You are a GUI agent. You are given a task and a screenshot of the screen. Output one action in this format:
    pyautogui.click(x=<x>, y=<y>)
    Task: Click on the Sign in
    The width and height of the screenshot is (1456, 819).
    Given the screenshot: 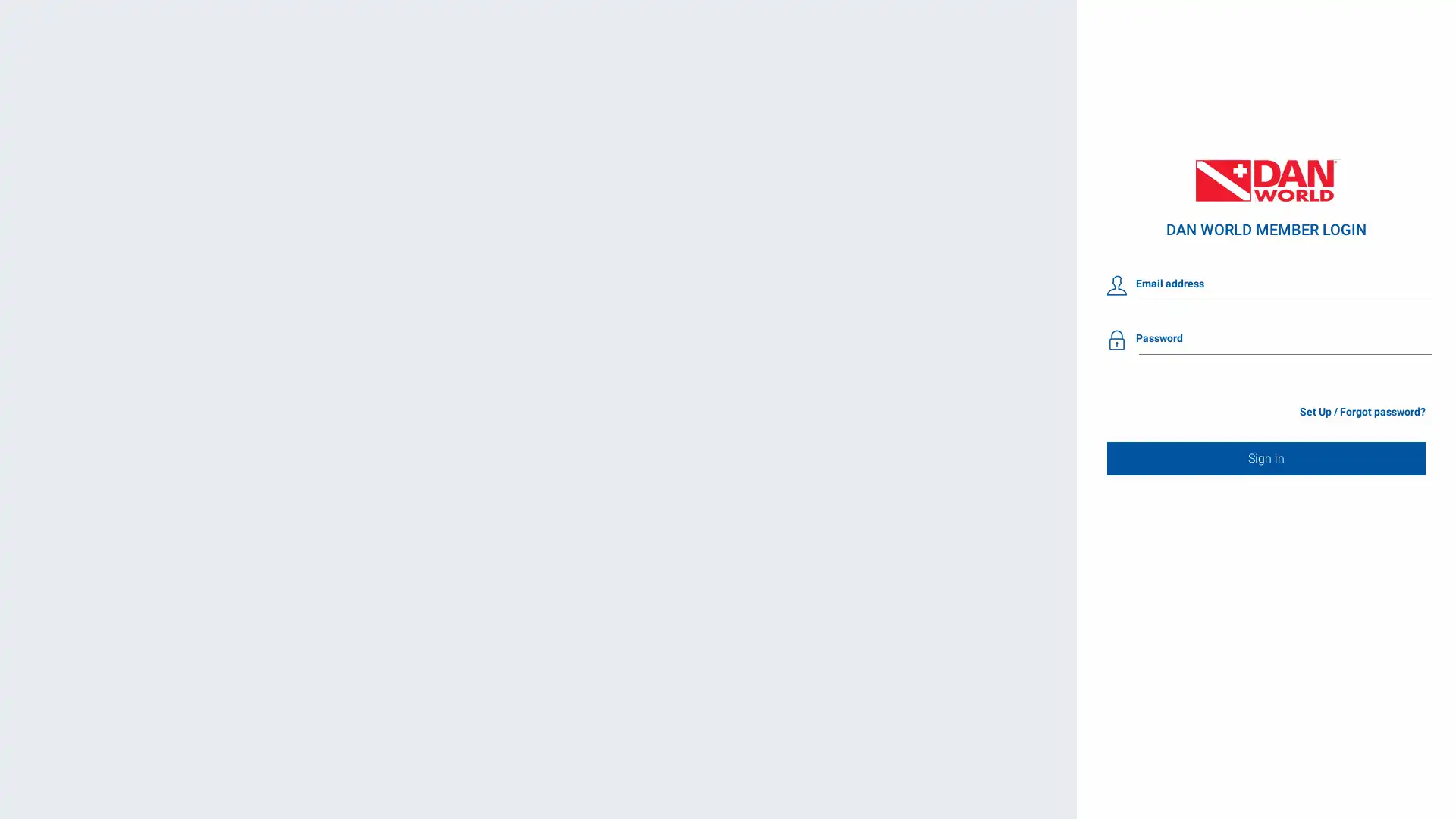 What is the action you would take?
    pyautogui.click(x=1266, y=458)
    